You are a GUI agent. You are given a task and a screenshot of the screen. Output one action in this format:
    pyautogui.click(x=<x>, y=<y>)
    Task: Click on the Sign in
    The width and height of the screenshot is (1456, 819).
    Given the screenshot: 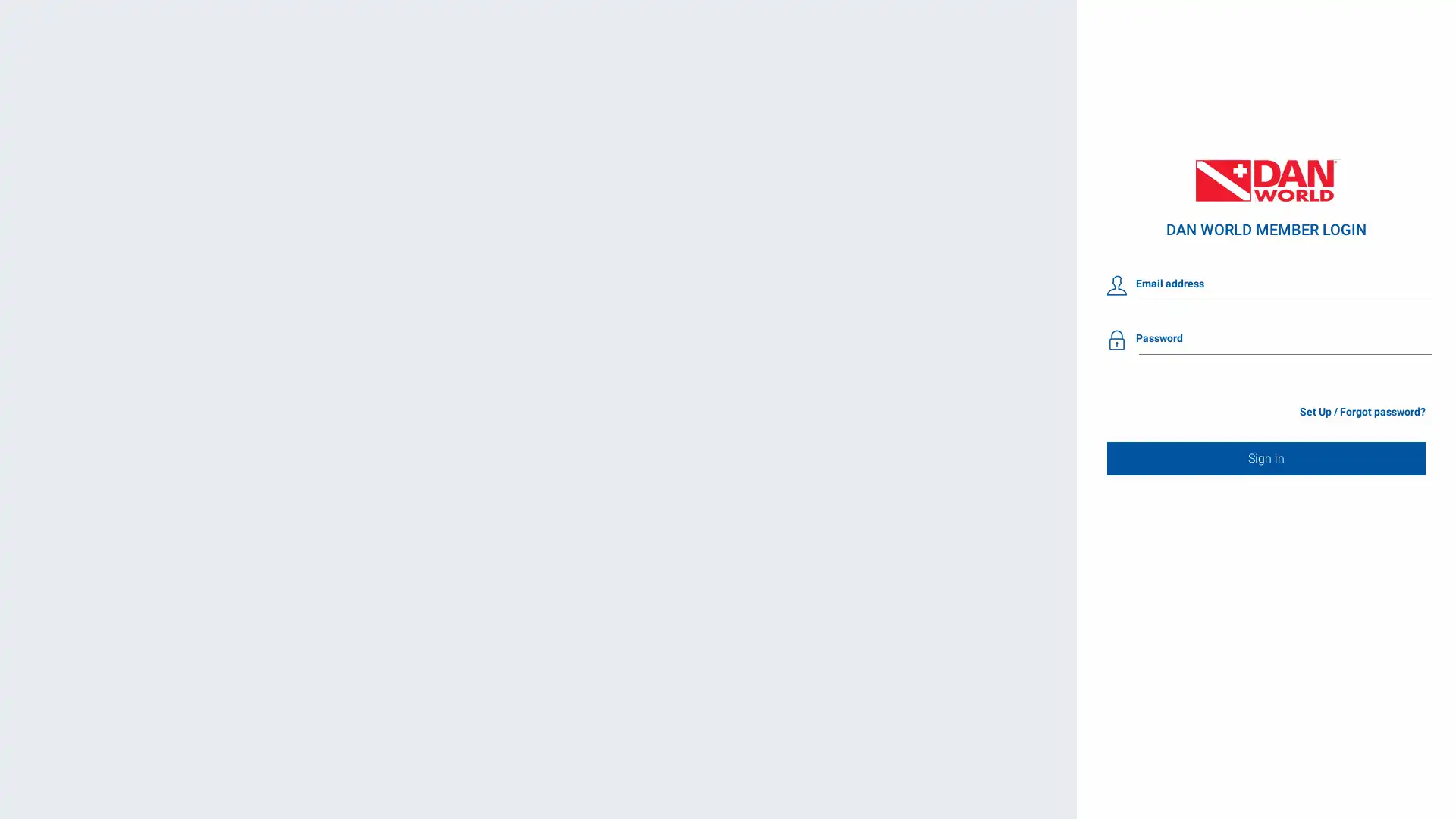 What is the action you would take?
    pyautogui.click(x=1266, y=458)
    